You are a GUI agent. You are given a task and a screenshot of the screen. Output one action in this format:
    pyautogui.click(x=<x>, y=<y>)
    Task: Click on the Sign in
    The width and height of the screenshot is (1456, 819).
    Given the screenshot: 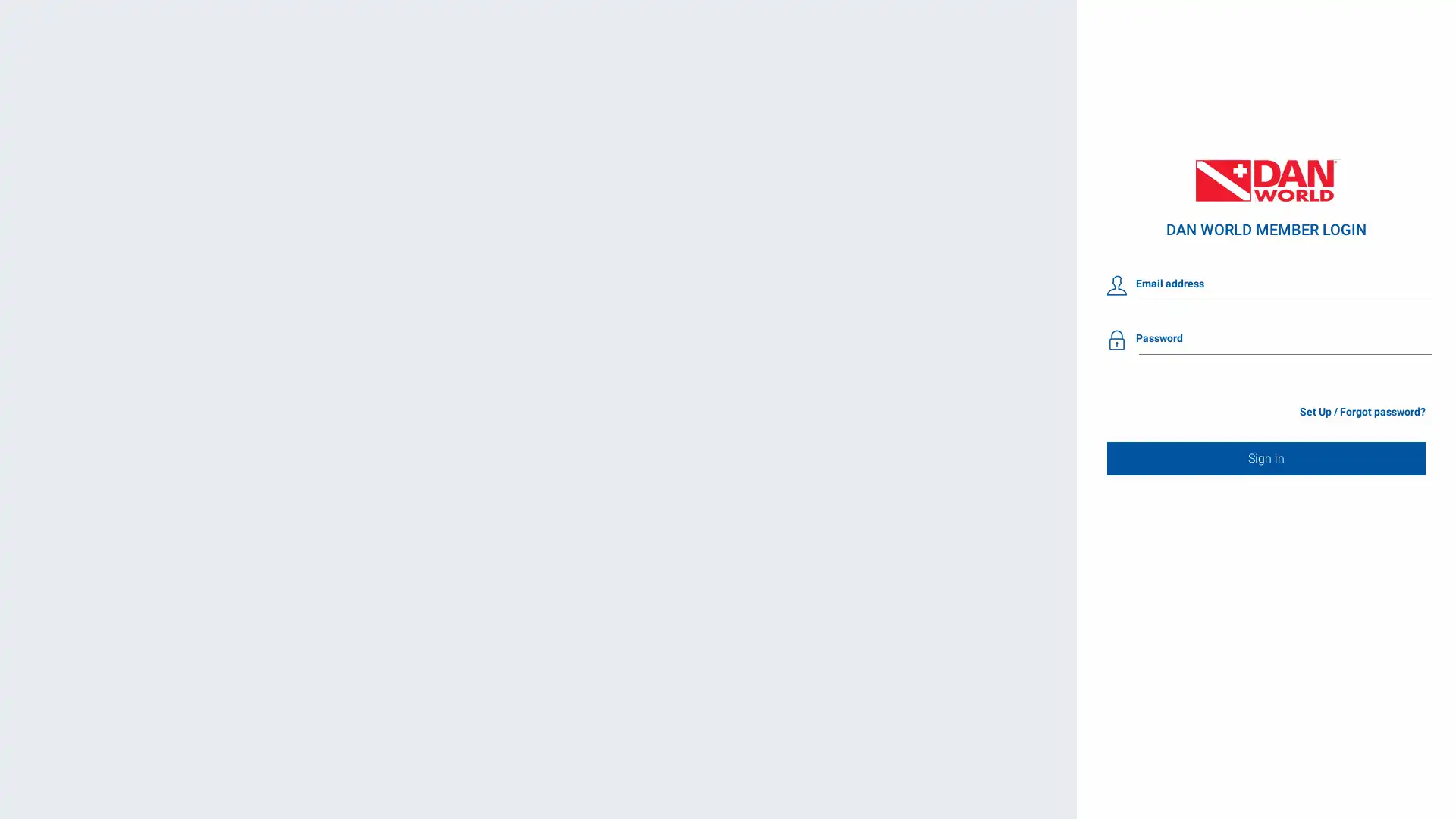 What is the action you would take?
    pyautogui.click(x=1266, y=458)
    